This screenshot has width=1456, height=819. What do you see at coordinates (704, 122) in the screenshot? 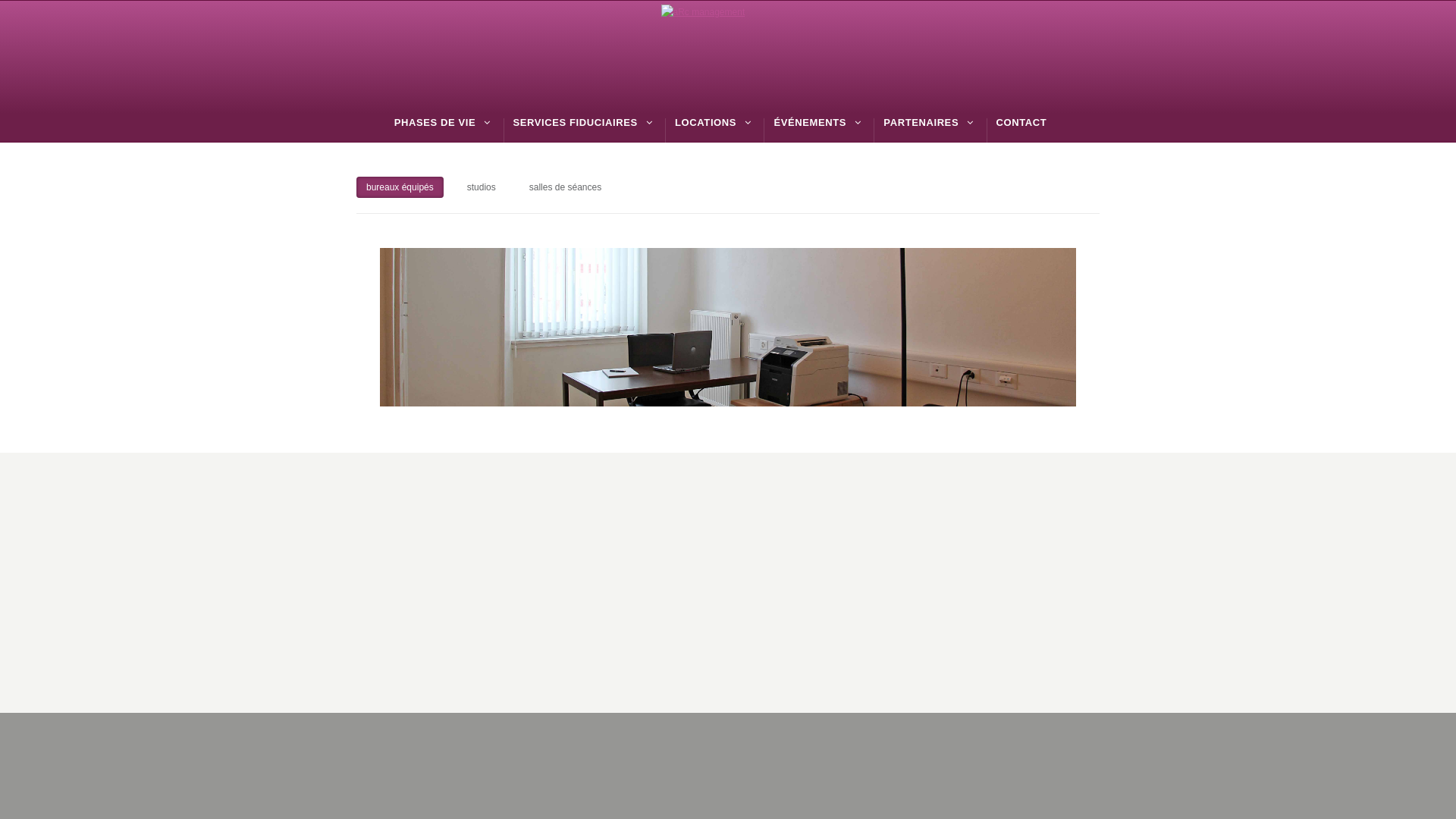
I see `'LOCATIONS'` at bounding box center [704, 122].